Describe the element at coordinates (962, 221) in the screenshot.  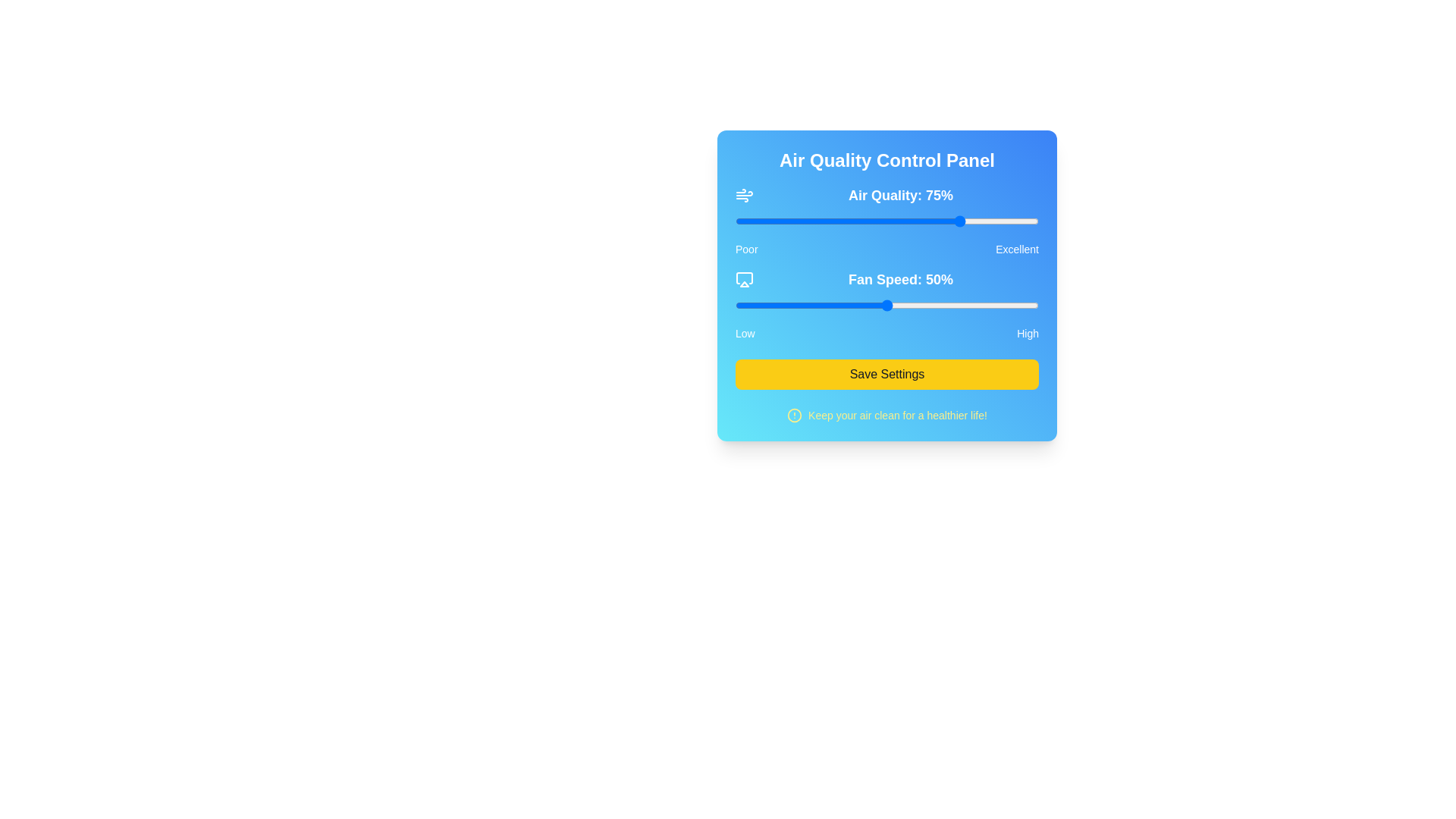
I see `air quality` at that location.